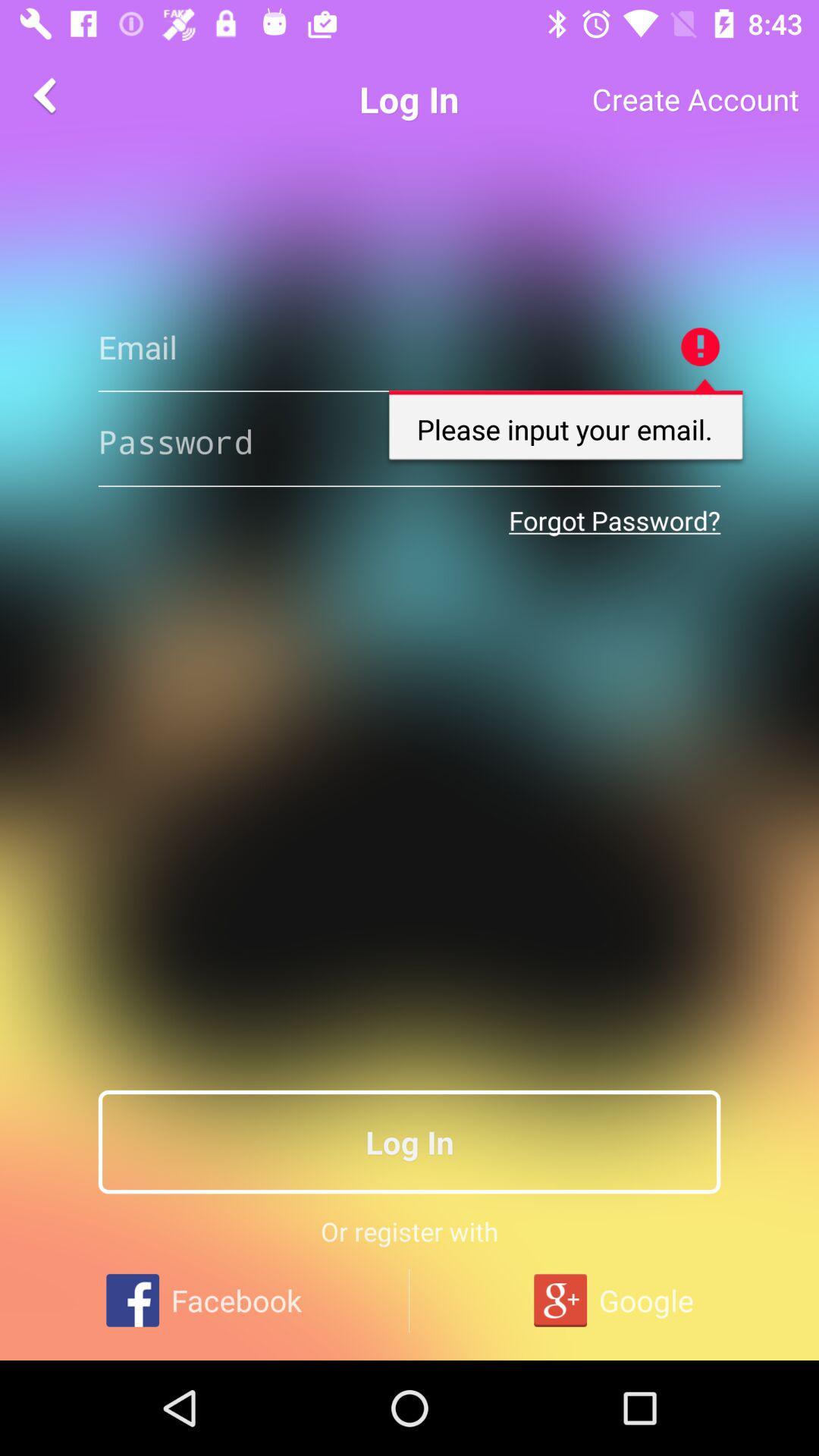  Describe the element at coordinates (409, 346) in the screenshot. I see `the email address for login` at that location.